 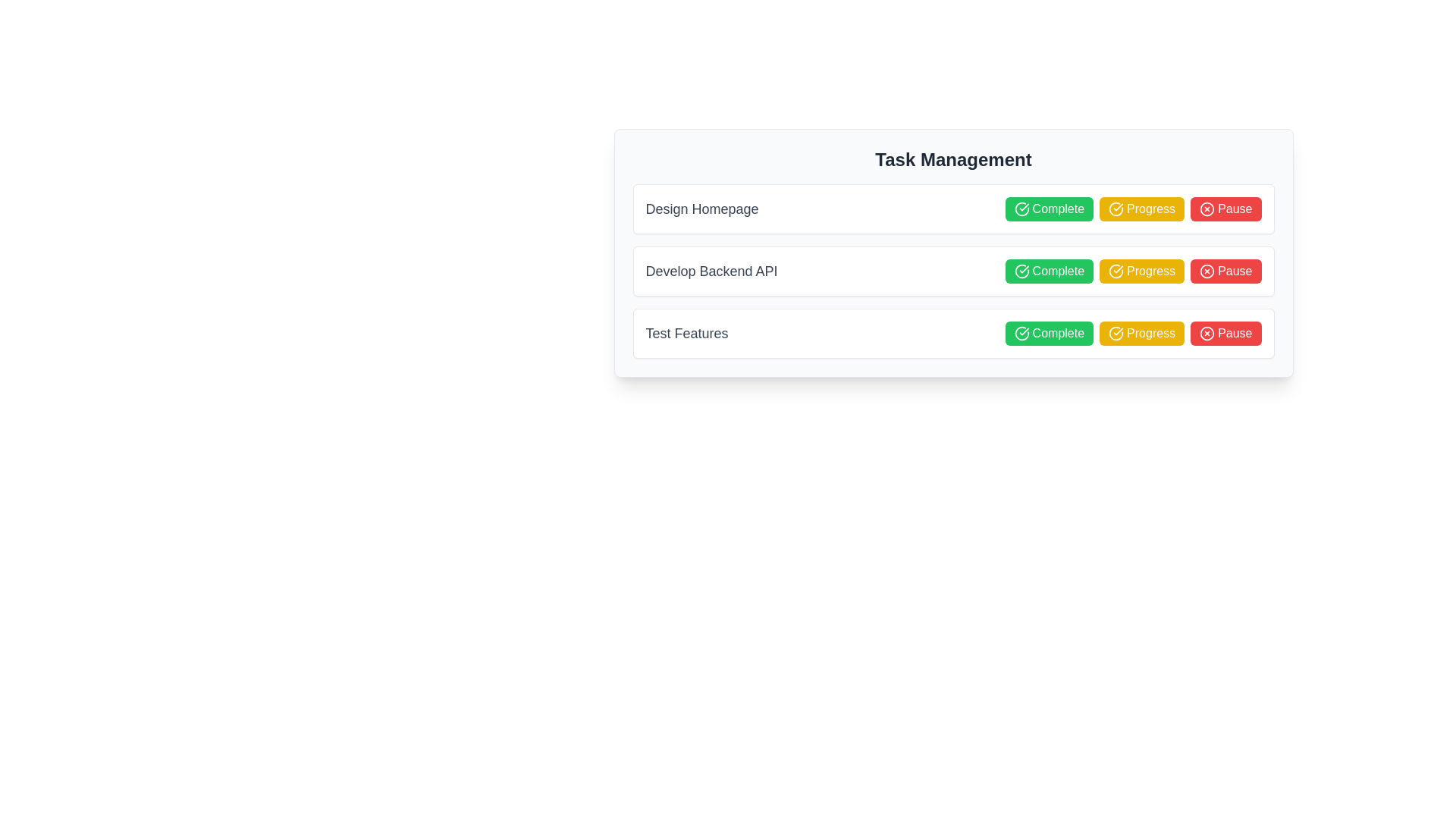 What do you see at coordinates (952, 160) in the screenshot?
I see `the 'Task Management' text label, which is a bold, extra-large dark gray header centered at the top of the task options panel` at bounding box center [952, 160].